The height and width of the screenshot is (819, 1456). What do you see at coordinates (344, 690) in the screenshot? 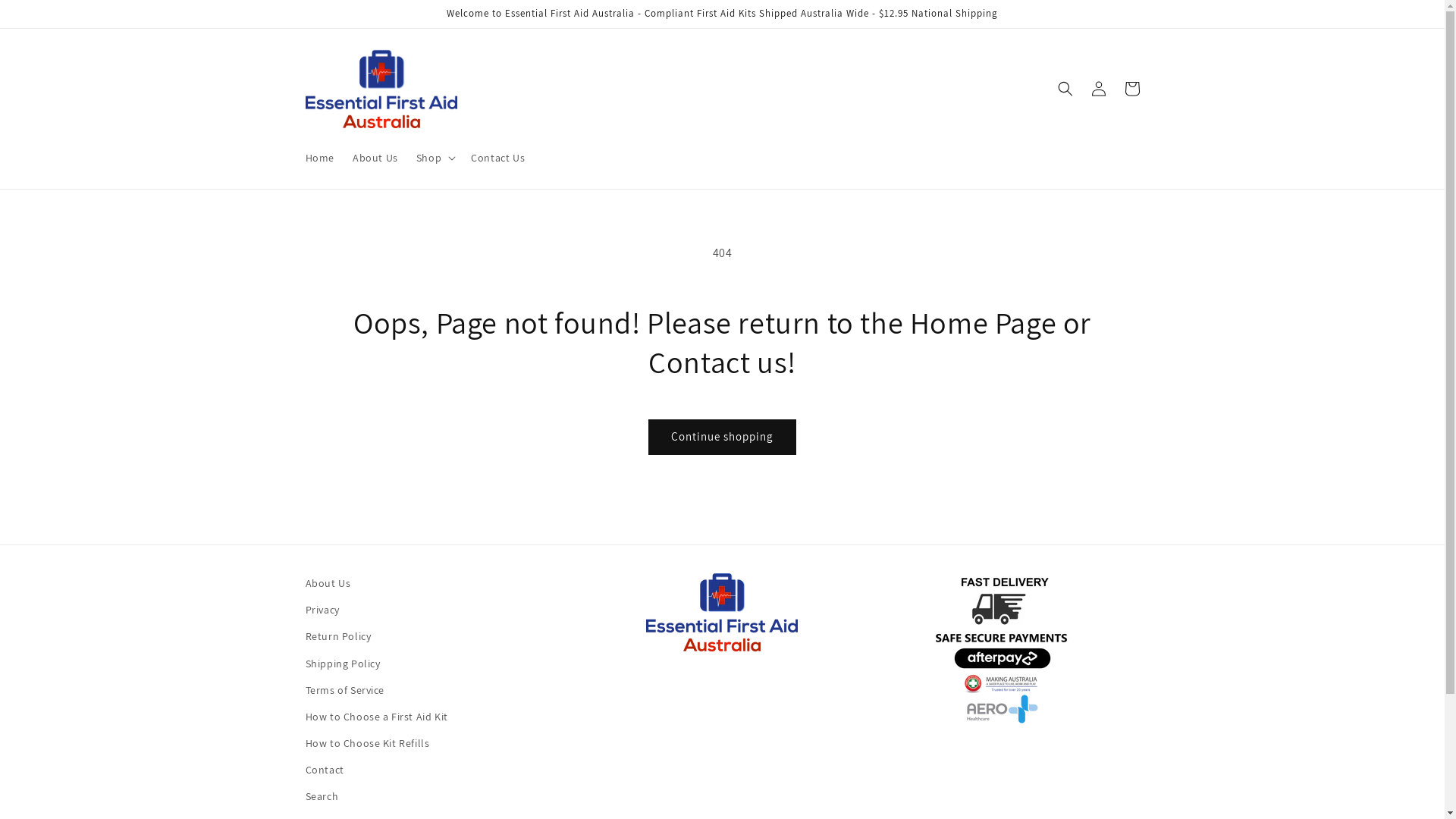
I see `'Terms of Service'` at bounding box center [344, 690].